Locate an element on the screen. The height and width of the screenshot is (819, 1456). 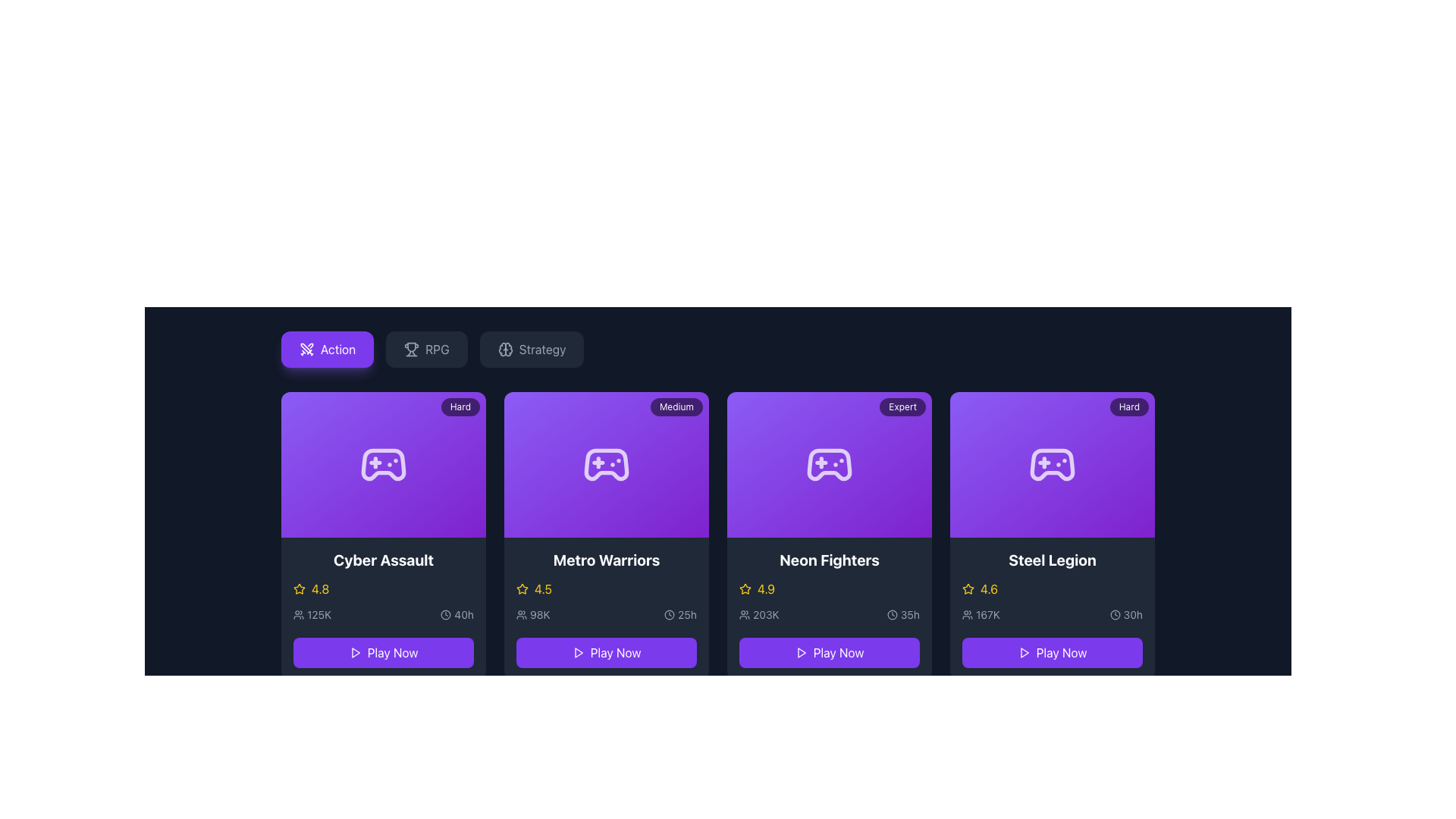
the star-shaped icon with a thin yellow border that represents a rating of 4.8, located above the text 'Cyber Assault' is located at coordinates (299, 588).